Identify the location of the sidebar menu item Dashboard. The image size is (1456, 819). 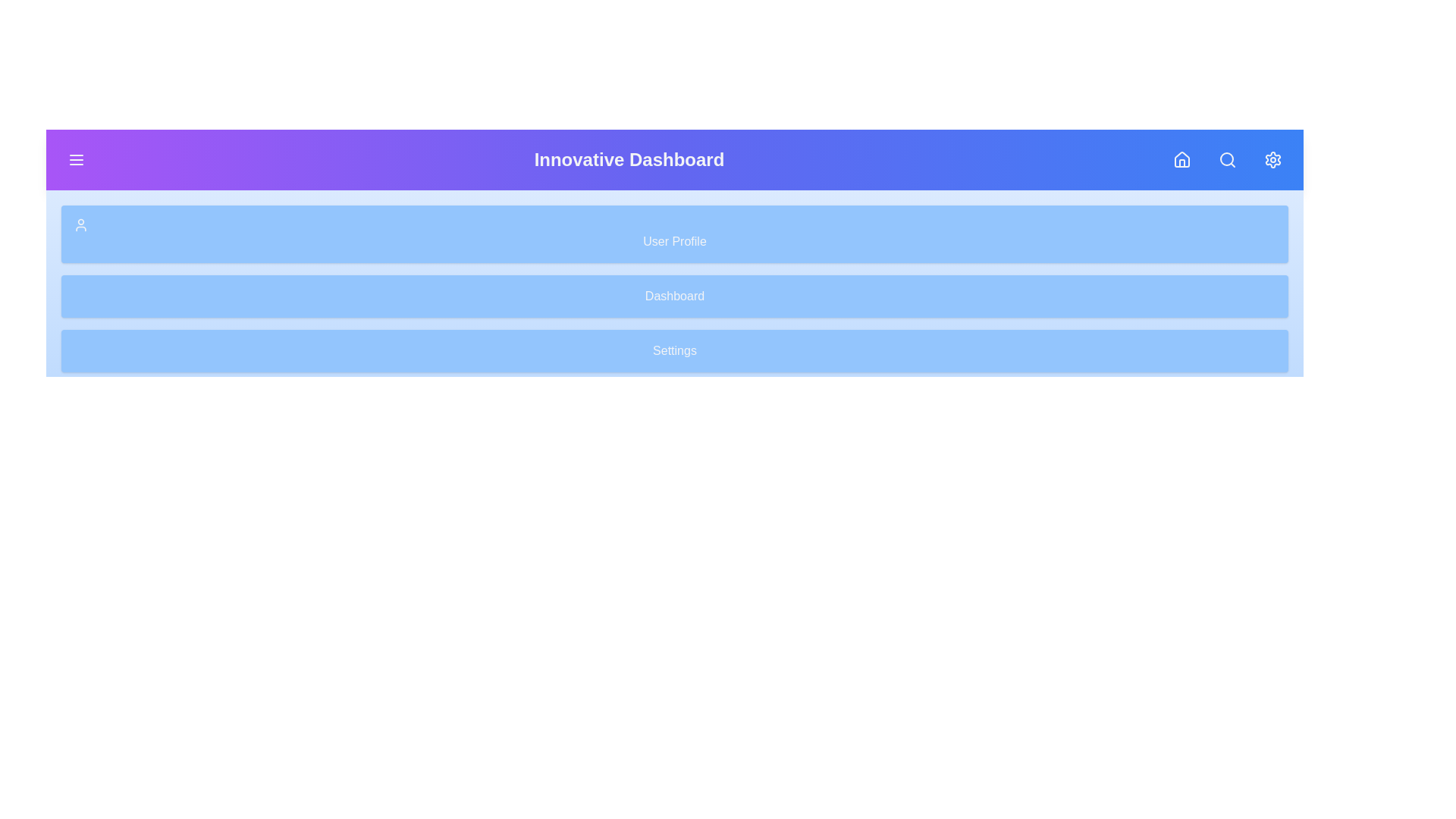
(673, 296).